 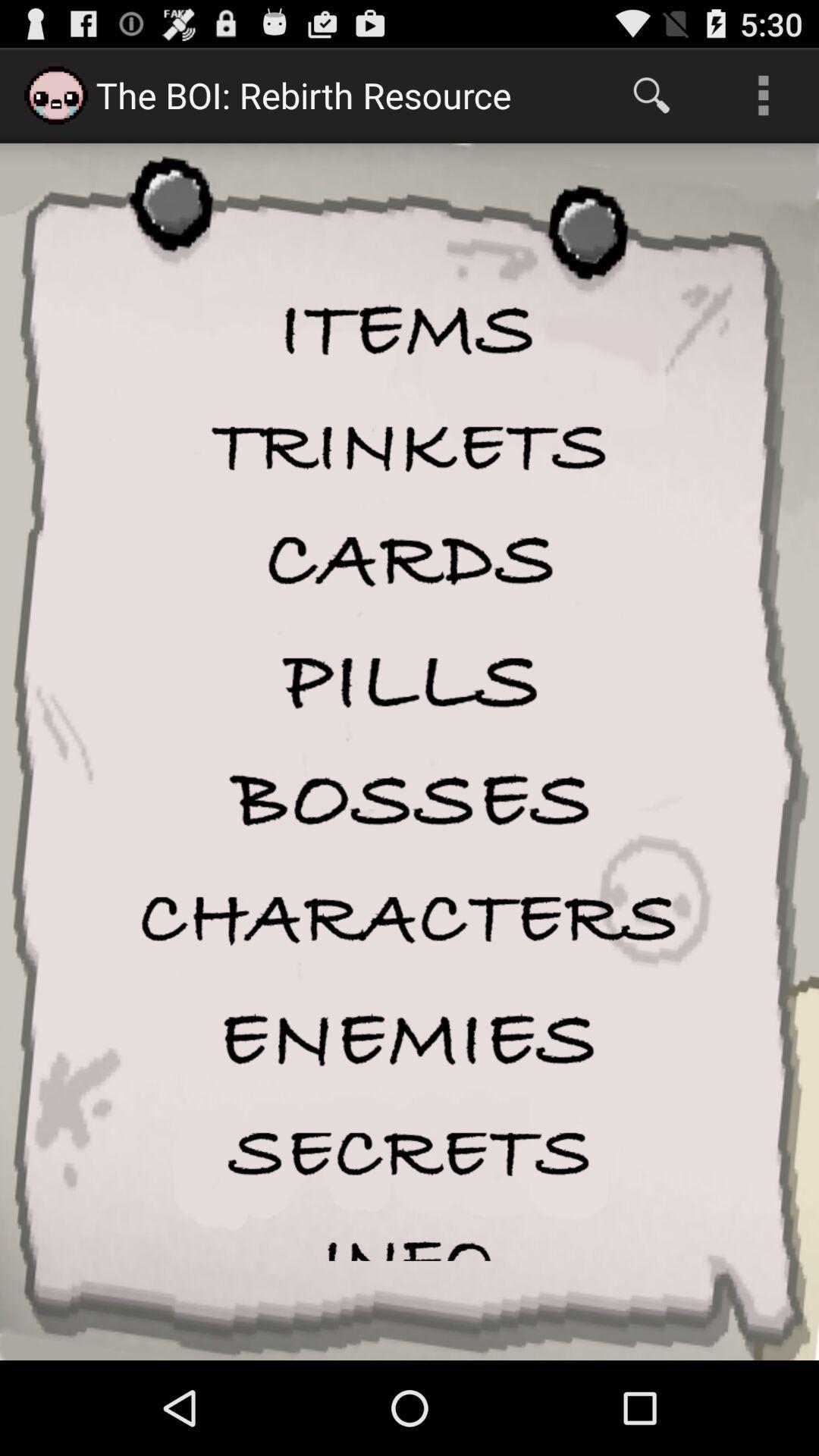 What do you see at coordinates (409, 919) in the screenshot?
I see `characters button` at bounding box center [409, 919].